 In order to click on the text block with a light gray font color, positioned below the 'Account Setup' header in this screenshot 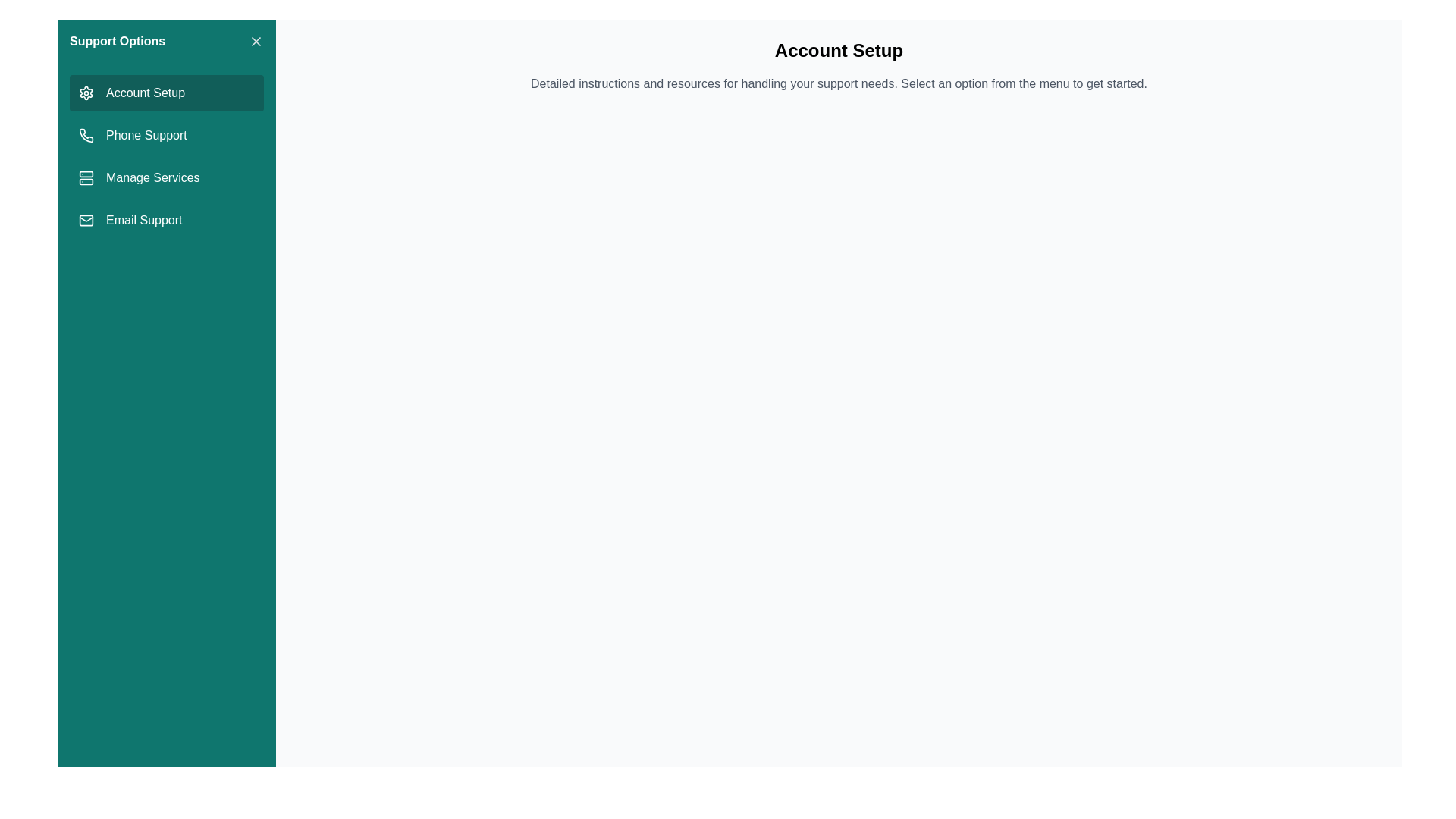, I will do `click(838, 84)`.